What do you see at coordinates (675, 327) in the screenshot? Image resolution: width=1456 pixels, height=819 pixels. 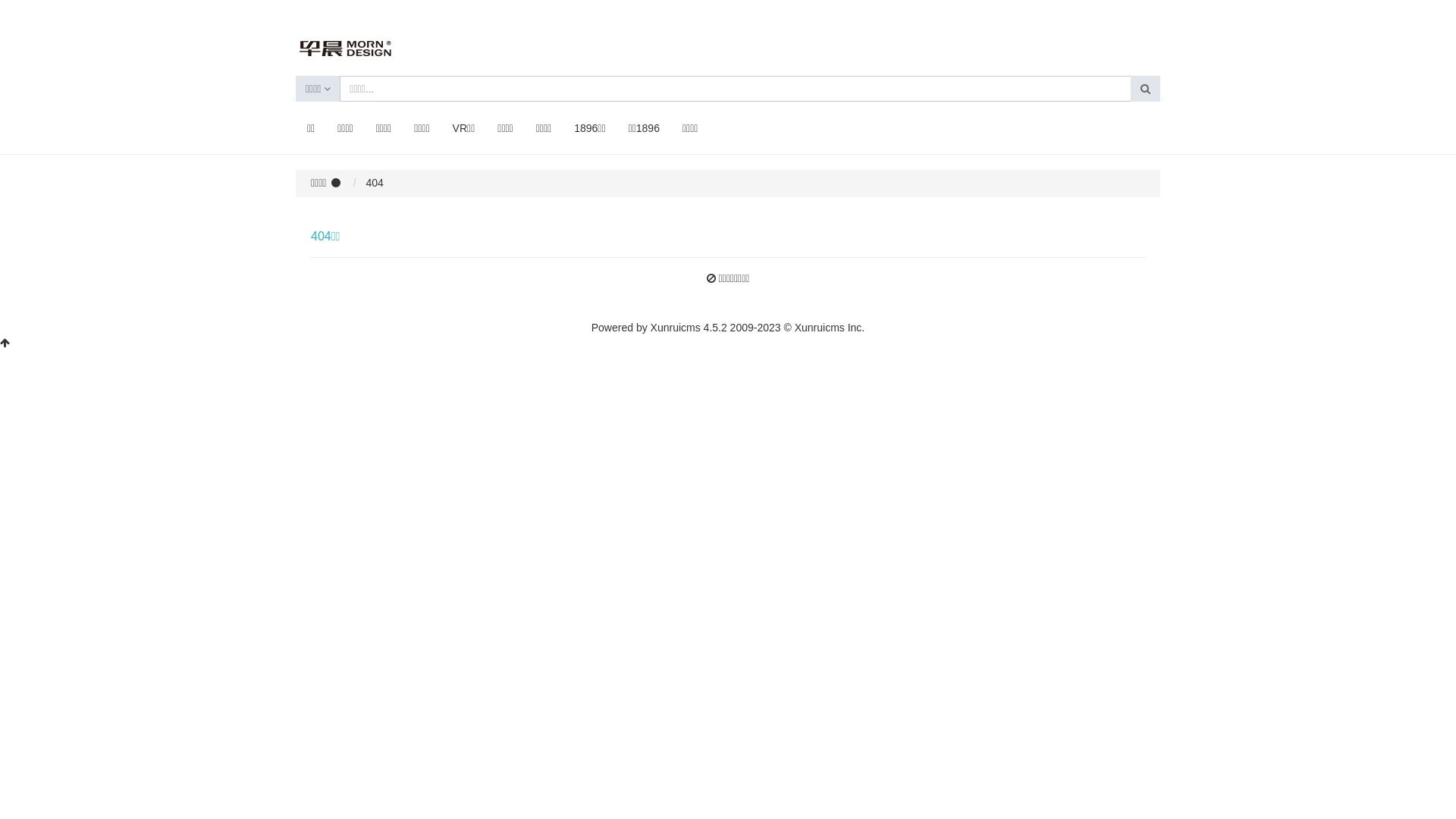 I see `'Xunruicms'` at bounding box center [675, 327].